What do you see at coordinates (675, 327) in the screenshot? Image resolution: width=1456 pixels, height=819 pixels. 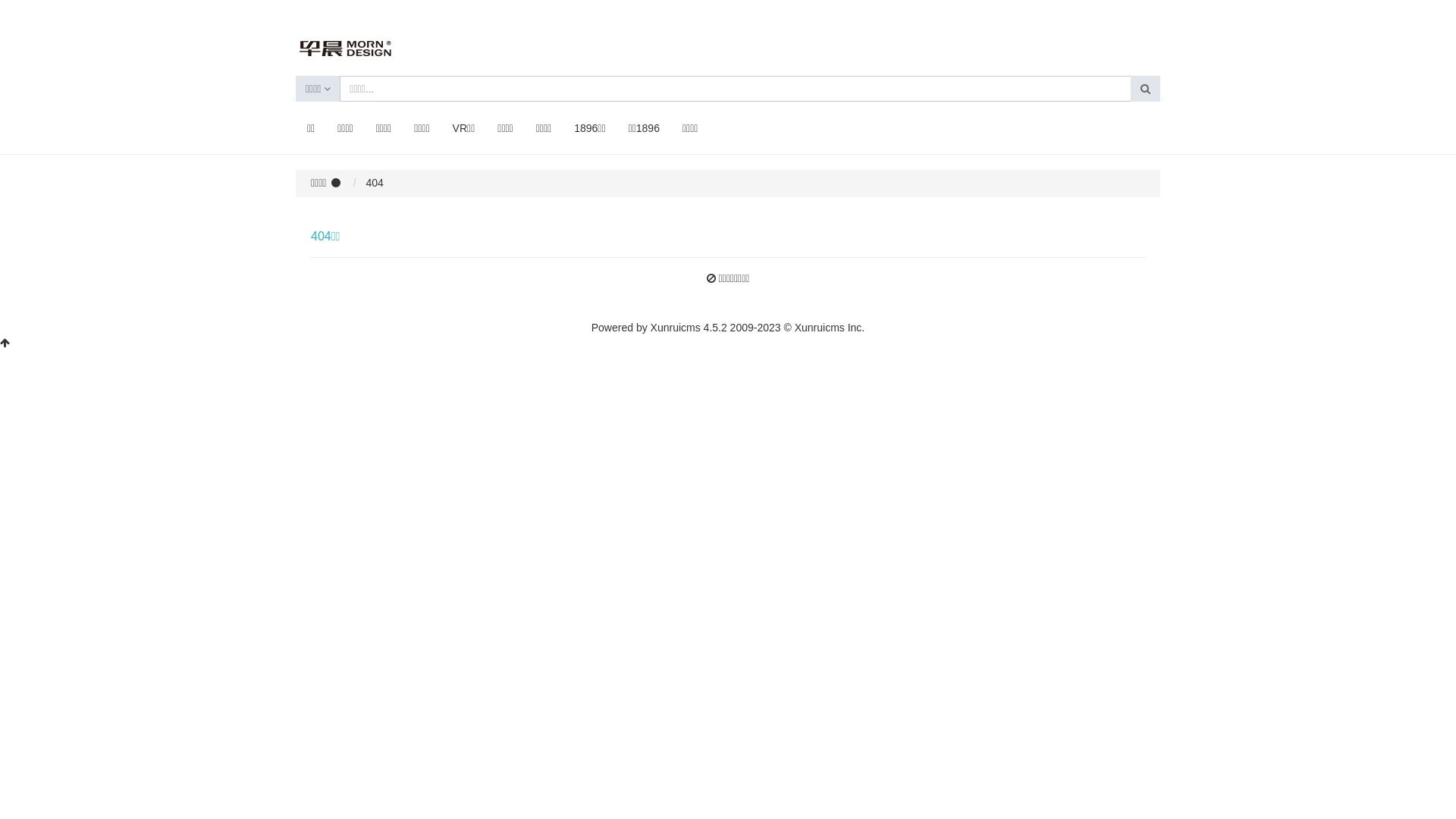 I see `'Xunruicms'` at bounding box center [675, 327].